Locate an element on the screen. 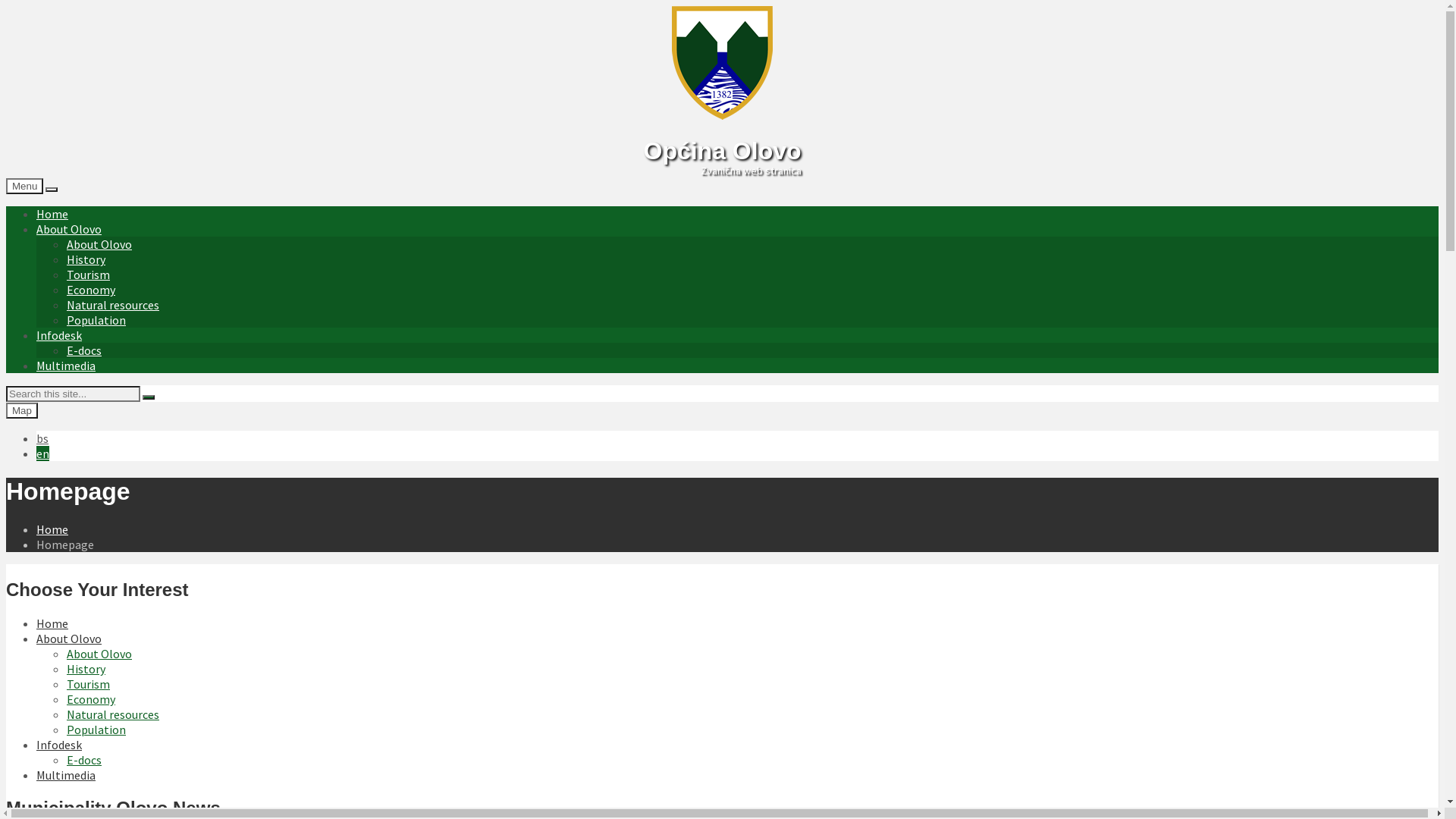  'About Olovo' is located at coordinates (68, 638).